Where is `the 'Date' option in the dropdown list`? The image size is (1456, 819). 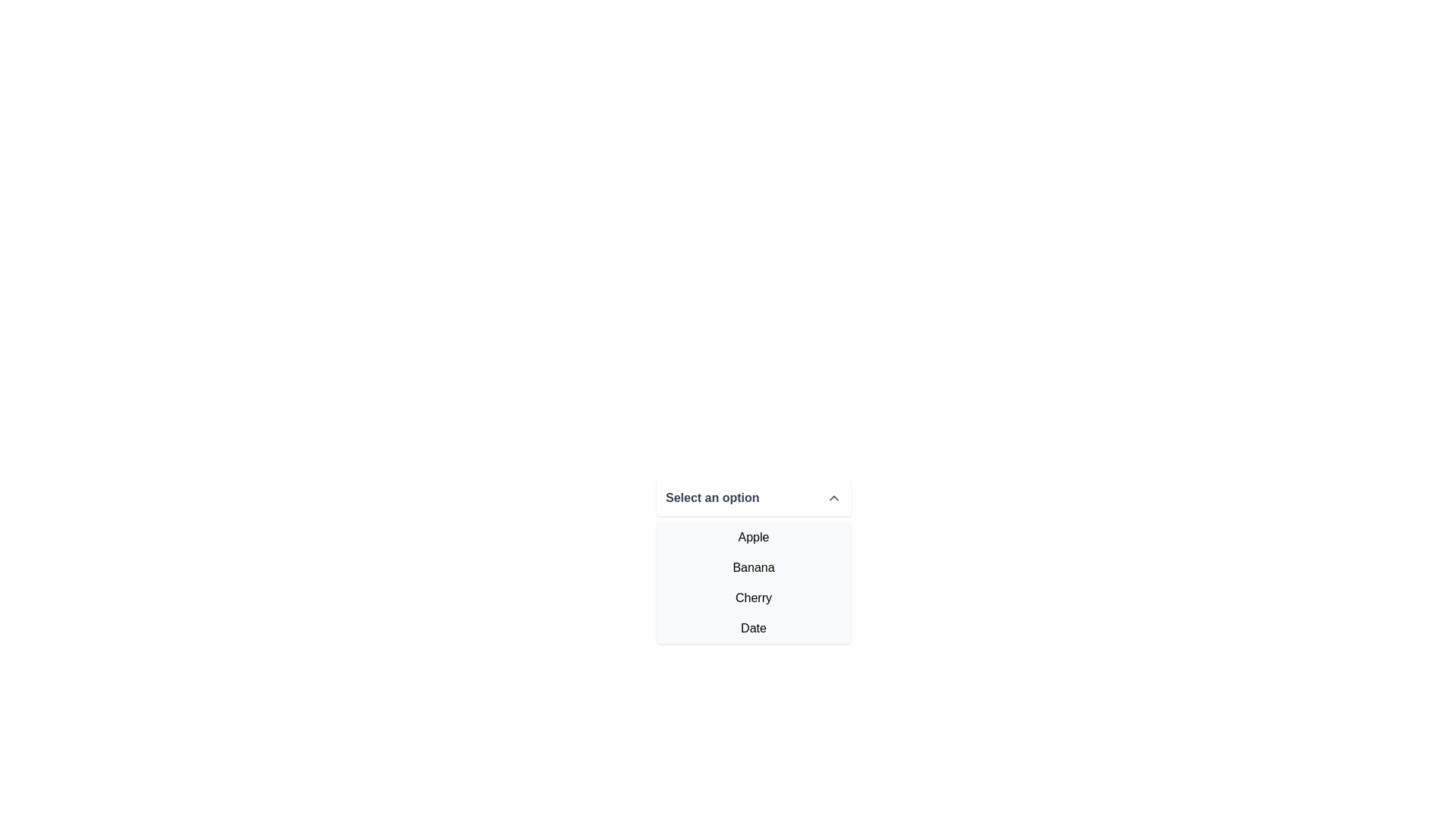
the 'Date' option in the dropdown list is located at coordinates (753, 629).